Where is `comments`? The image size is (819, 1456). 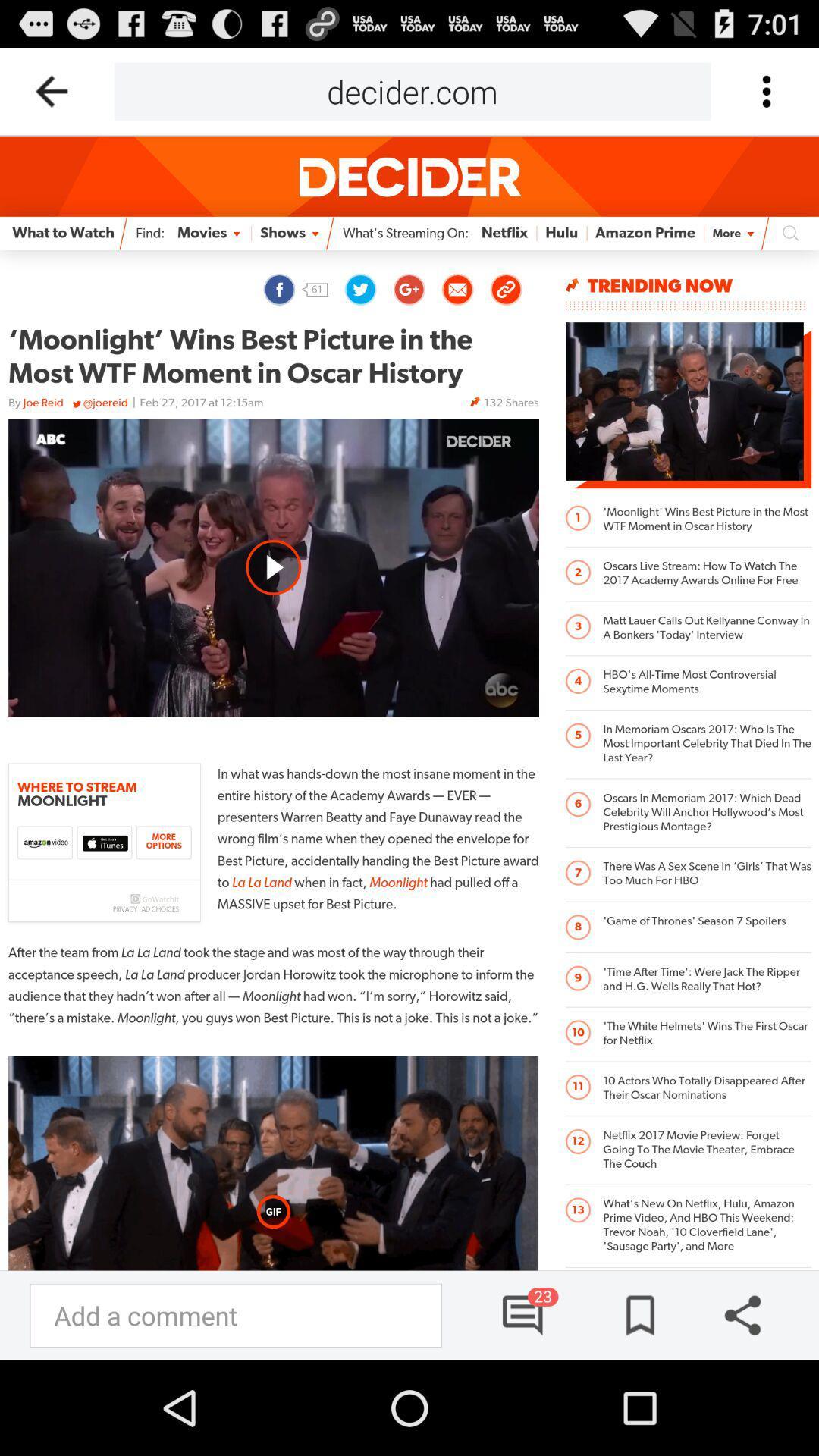 comments is located at coordinates (523, 1314).